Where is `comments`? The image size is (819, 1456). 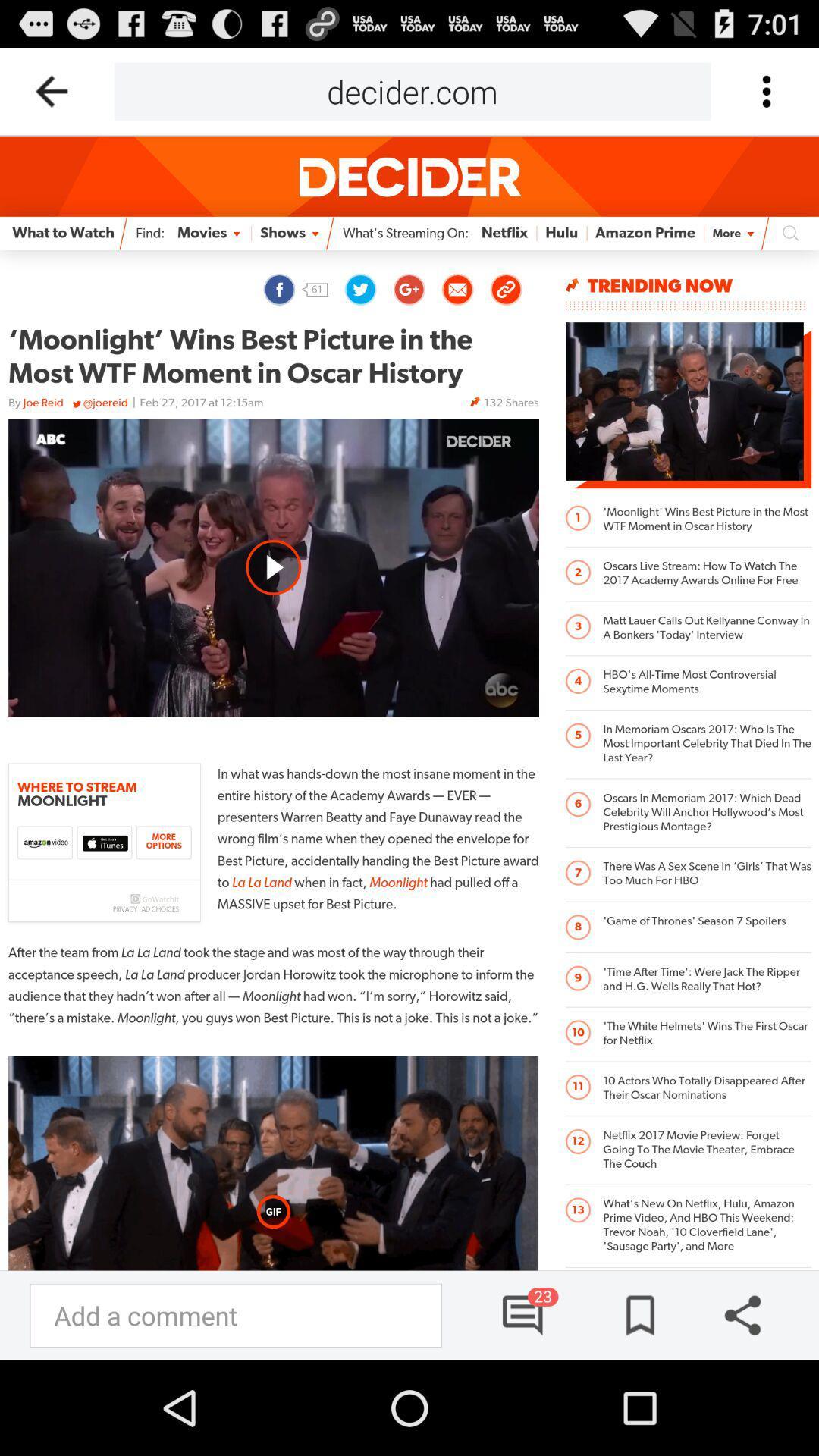 comments is located at coordinates (523, 1314).